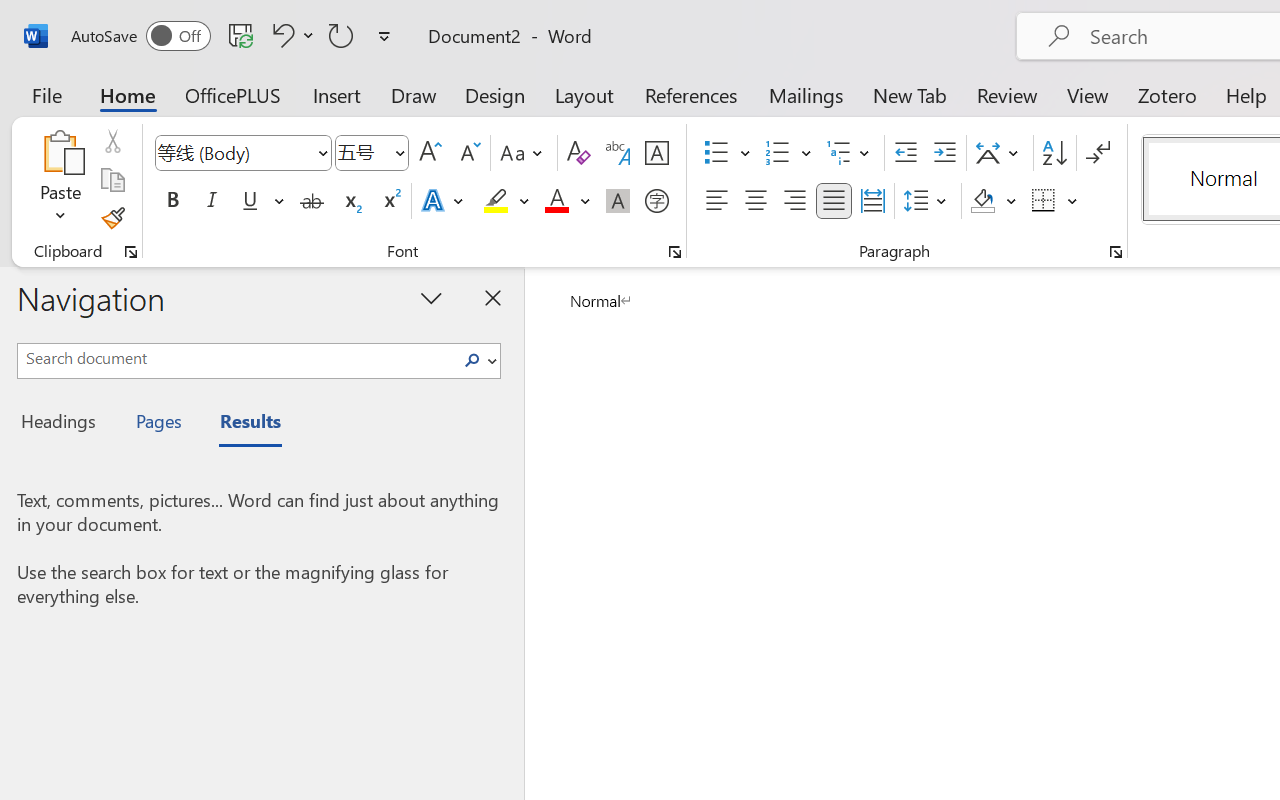 The width and height of the screenshot is (1280, 800). What do you see at coordinates (1000, 153) in the screenshot?
I see `'Asian Layout'` at bounding box center [1000, 153].